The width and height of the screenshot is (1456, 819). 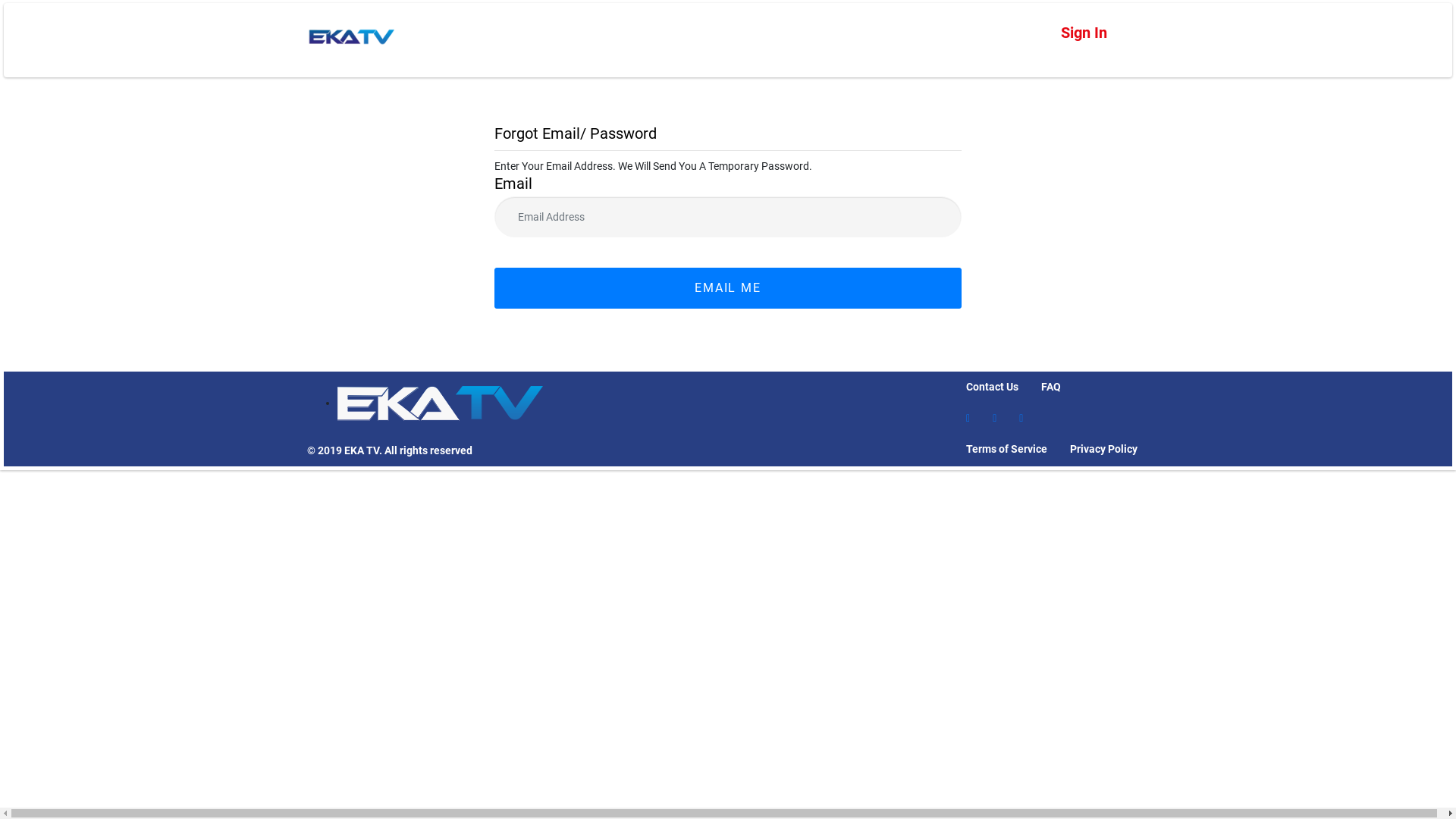 I want to click on 'Terms of Service', so click(x=1006, y=448).